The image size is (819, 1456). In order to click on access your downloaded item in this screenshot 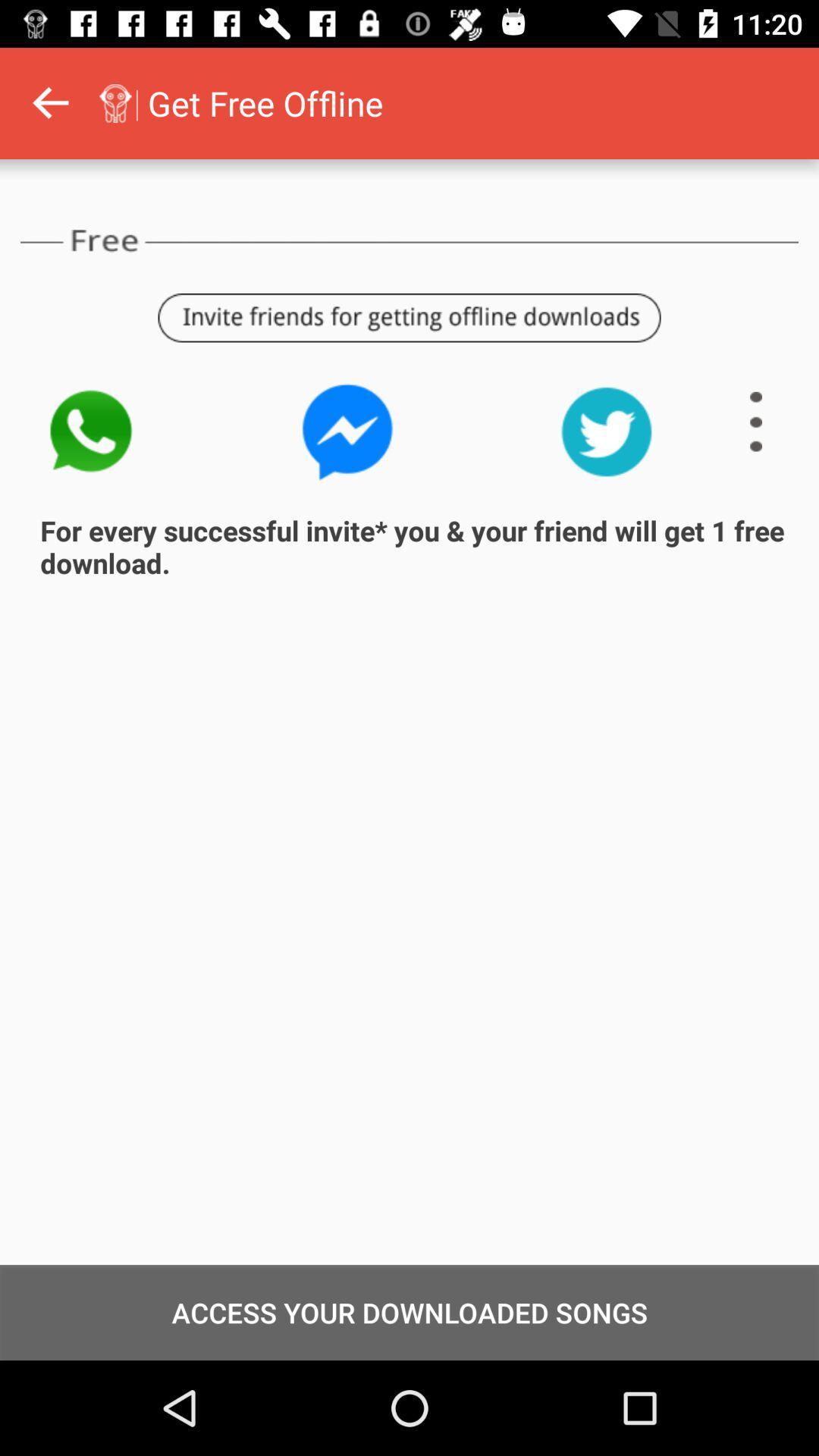, I will do `click(409, 1312)`.